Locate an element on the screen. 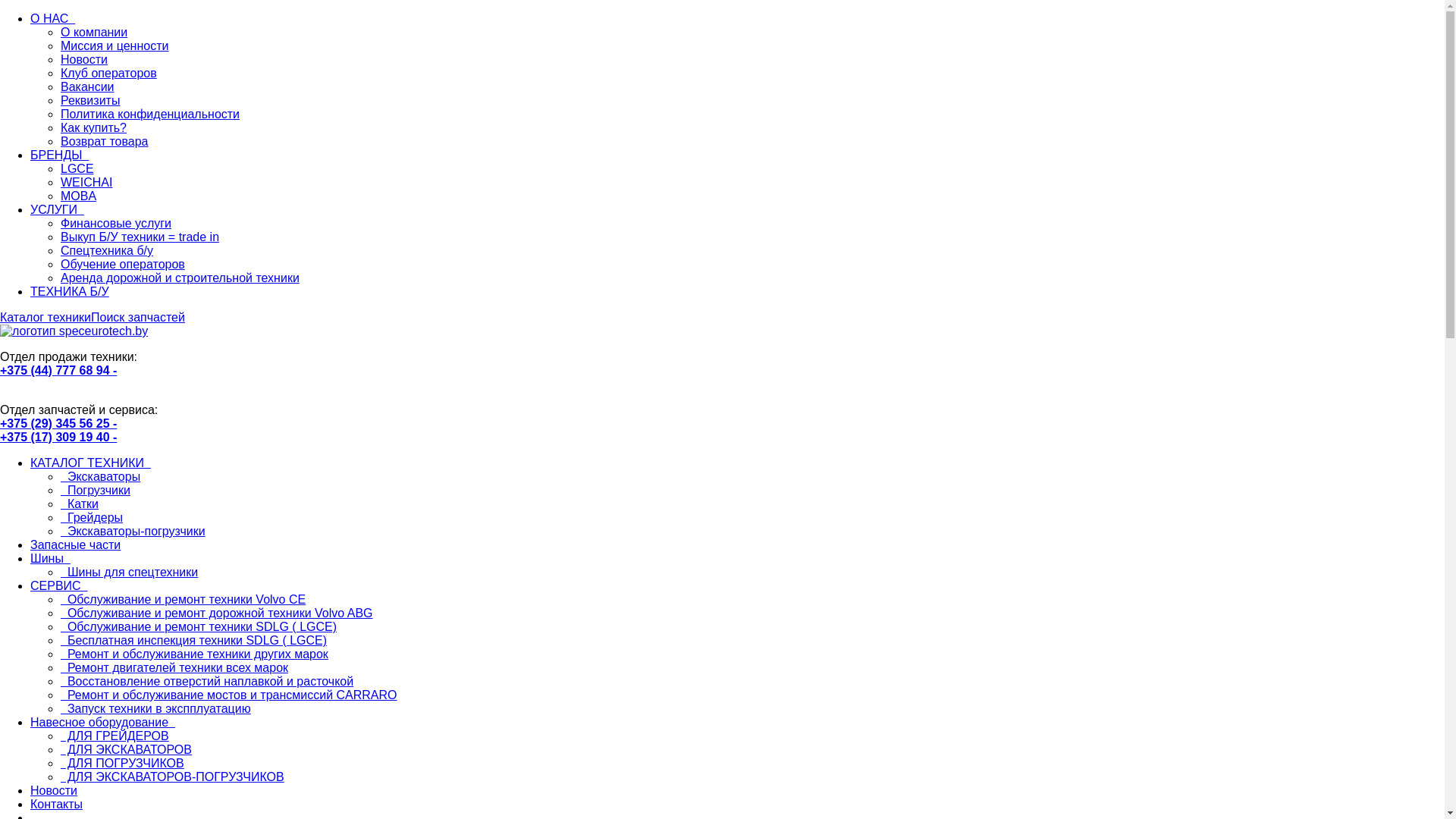 Image resolution: width=1456 pixels, height=819 pixels. 'LGCE' is located at coordinates (61, 168).